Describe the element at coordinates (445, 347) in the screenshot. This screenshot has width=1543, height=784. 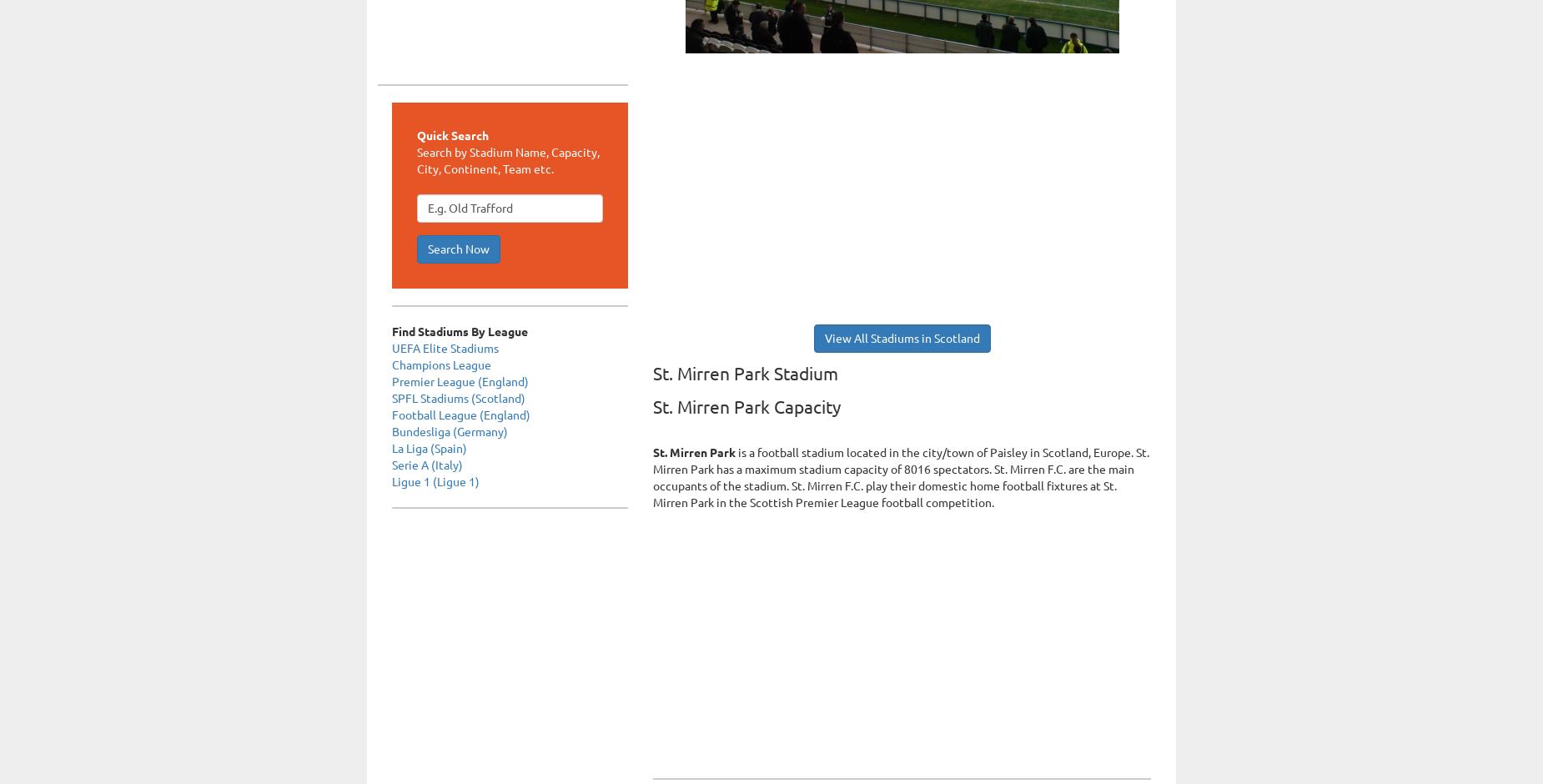
I see `'UEFA Elite Stadiums'` at that location.